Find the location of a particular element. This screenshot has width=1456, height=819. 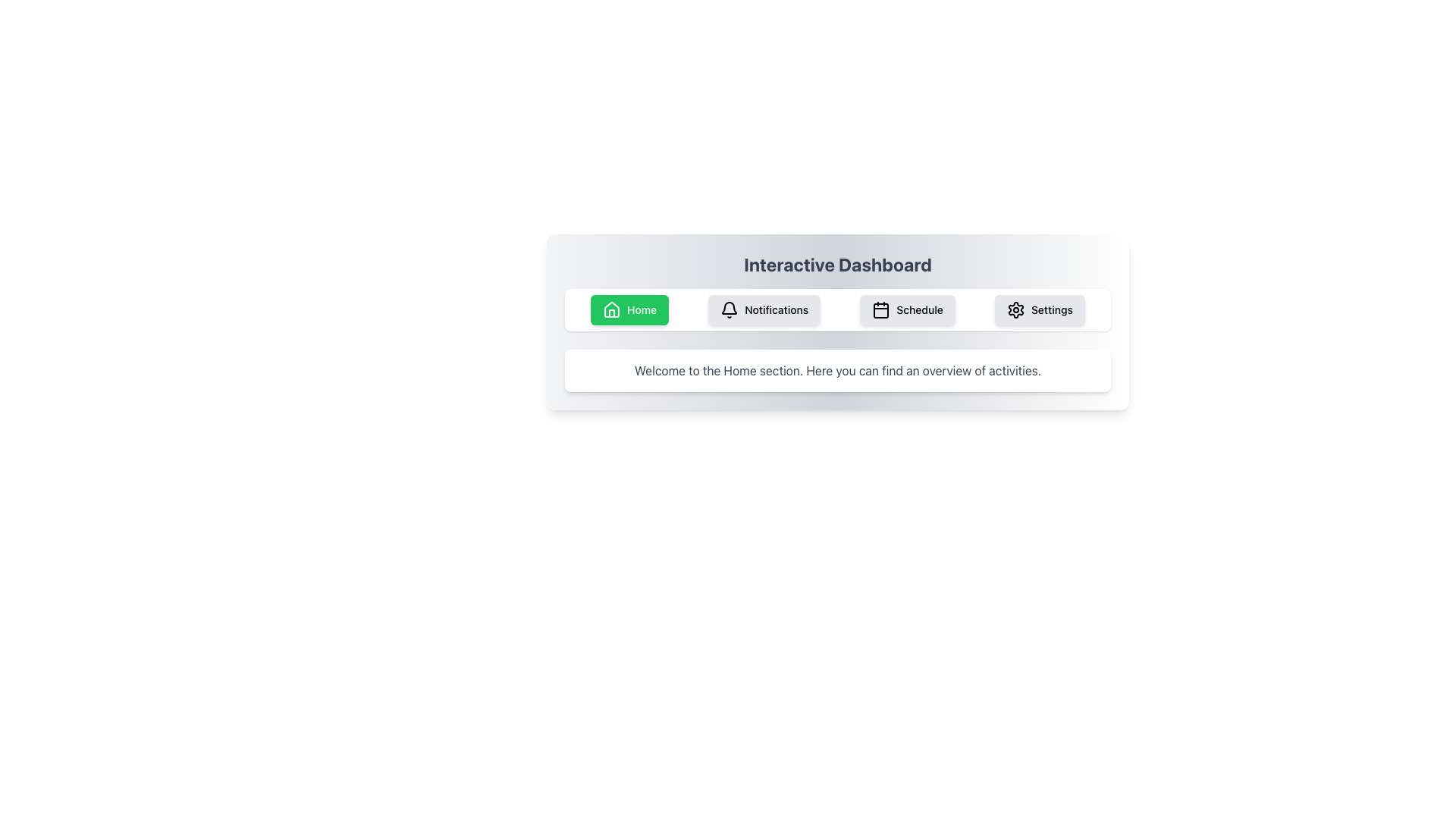

the navigation bar is located at coordinates (836, 309).